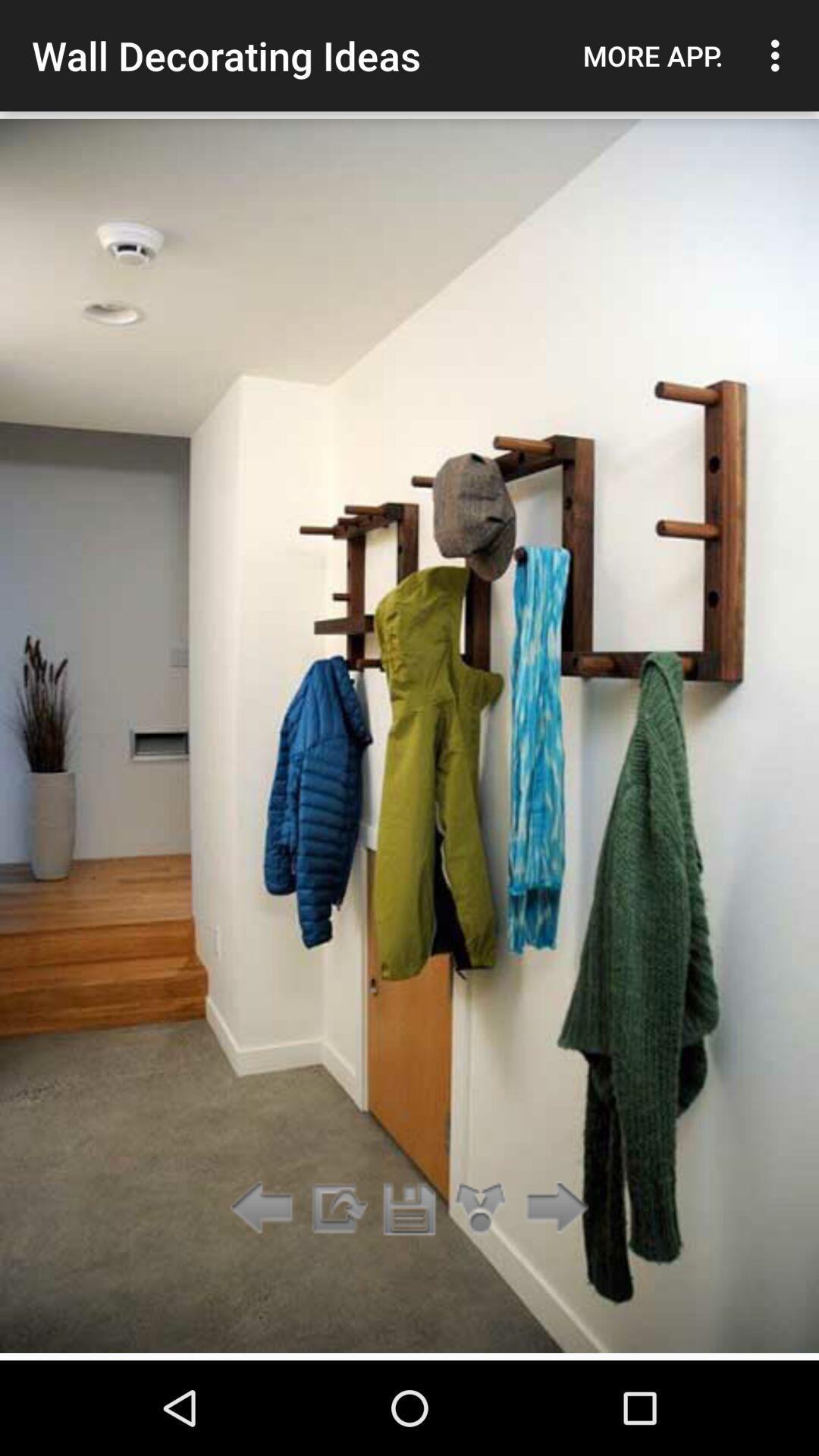  What do you see at coordinates (652, 55) in the screenshot?
I see `the app next to the wall decorating ideas icon` at bounding box center [652, 55].